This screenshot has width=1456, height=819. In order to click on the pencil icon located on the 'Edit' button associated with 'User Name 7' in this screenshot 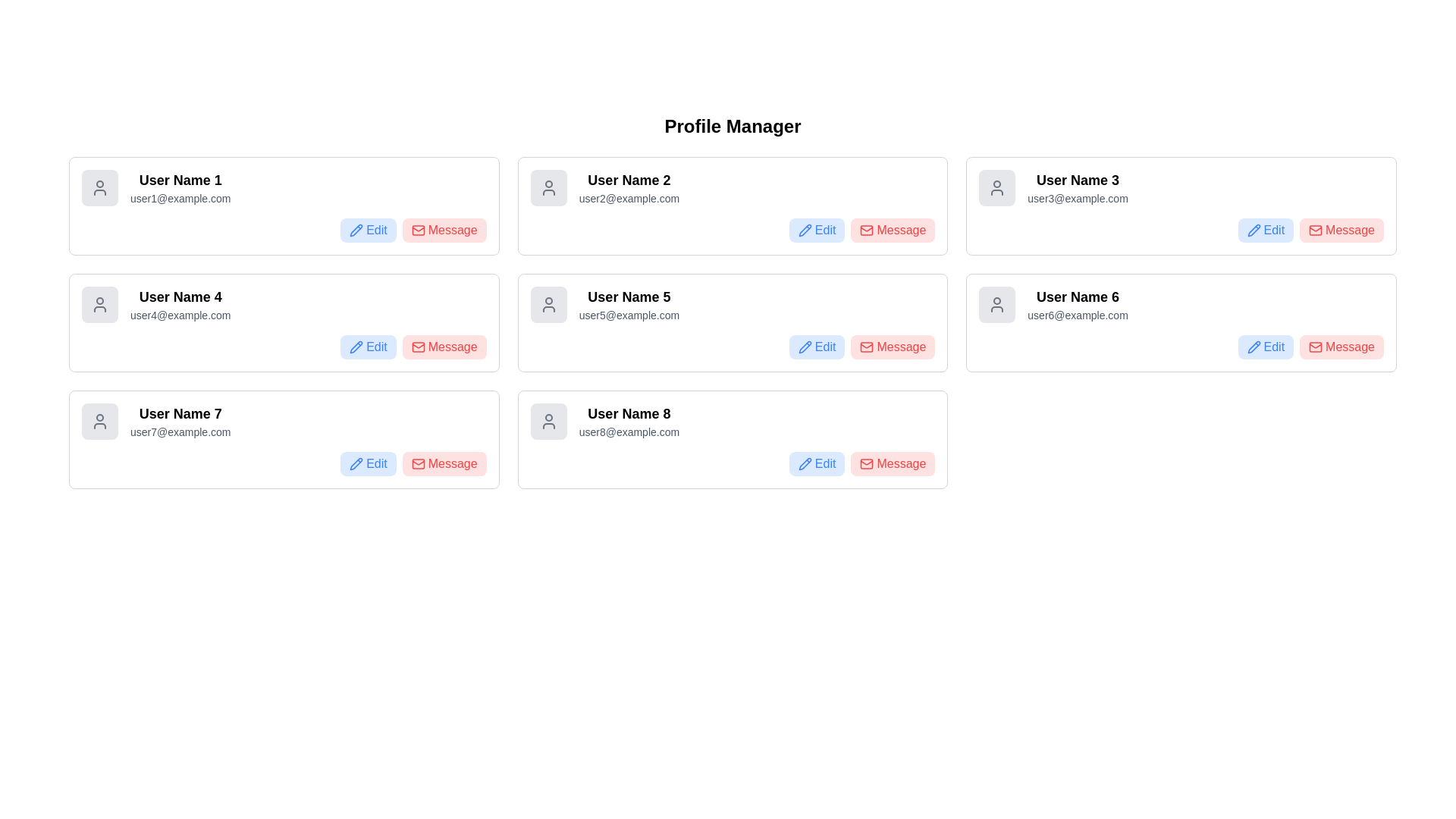, I will do `click(356, 463)`.